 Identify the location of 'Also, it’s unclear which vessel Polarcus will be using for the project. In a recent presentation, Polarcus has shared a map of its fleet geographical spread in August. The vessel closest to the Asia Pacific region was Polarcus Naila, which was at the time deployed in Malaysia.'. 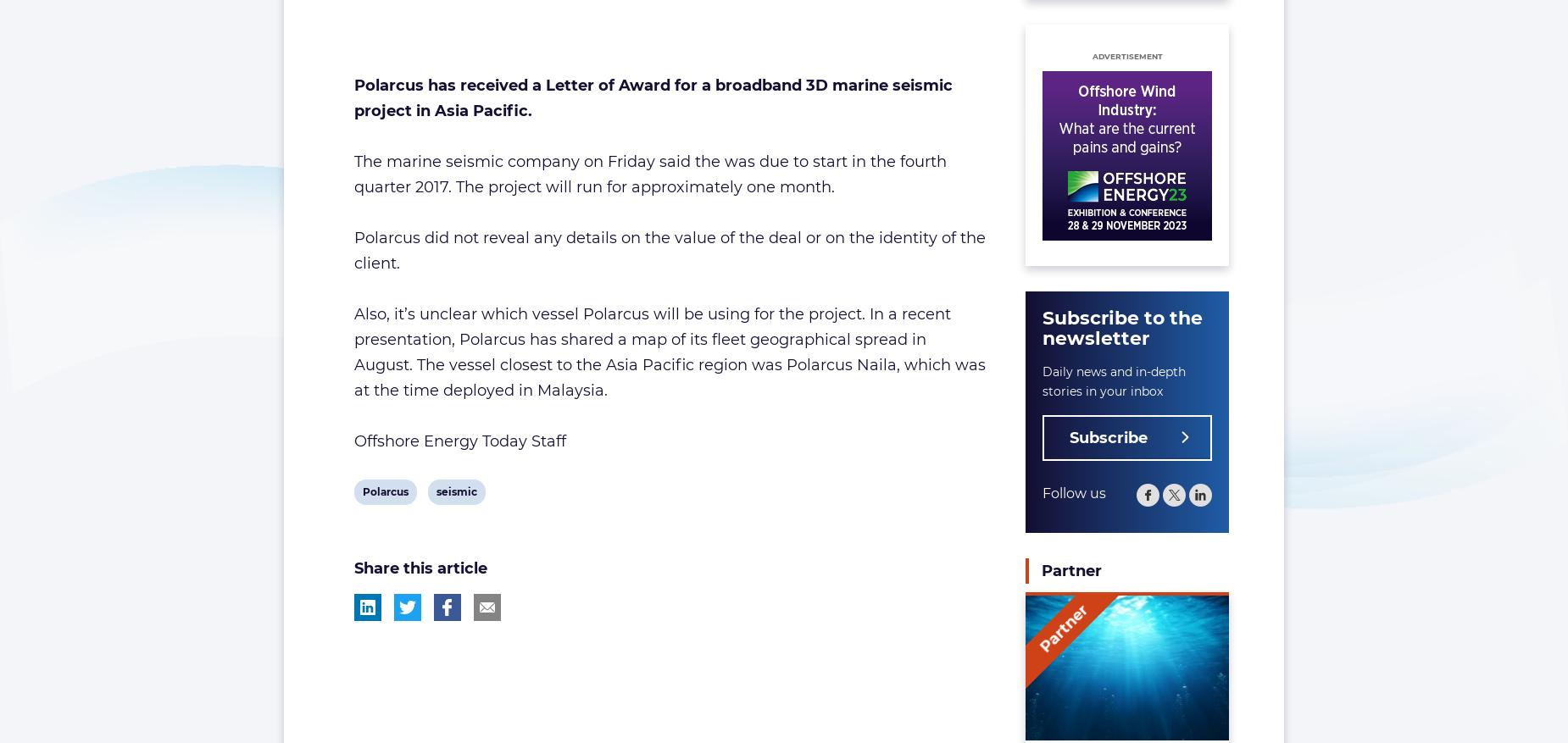
(669, 351).